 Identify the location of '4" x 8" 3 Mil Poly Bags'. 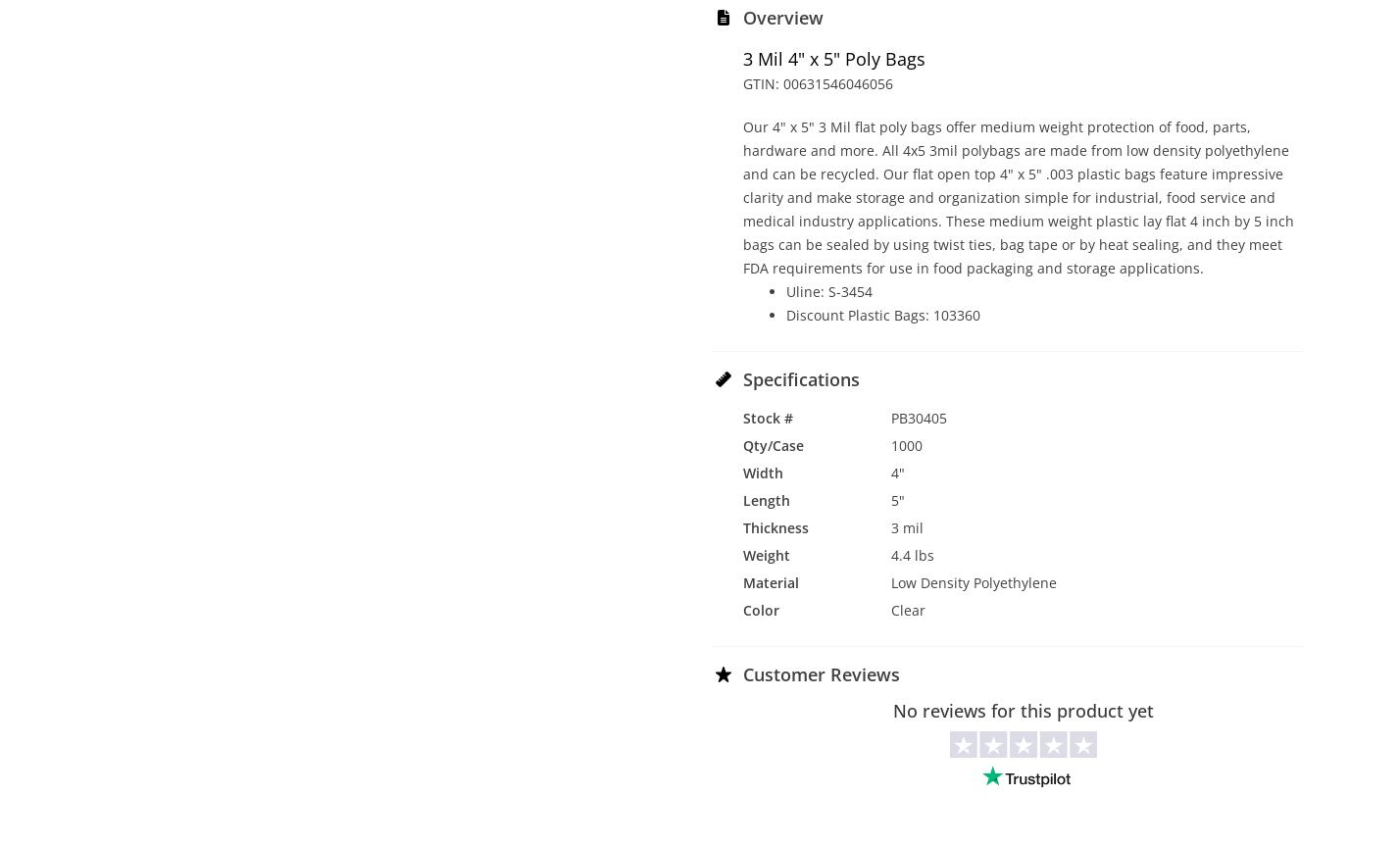
(1195, 300).